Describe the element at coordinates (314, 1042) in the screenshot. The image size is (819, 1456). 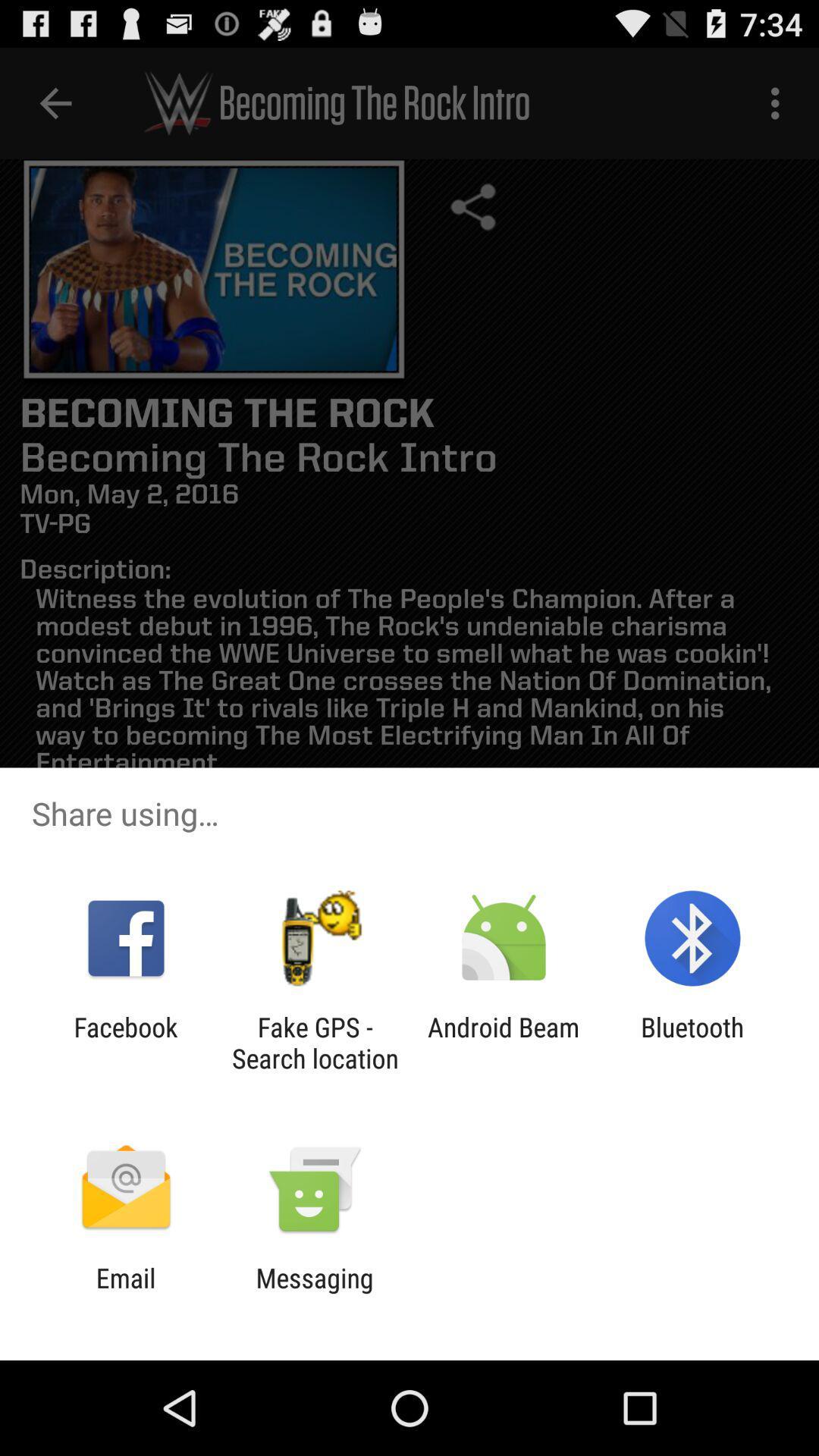
I see `item next to the android beam icon` at that location.